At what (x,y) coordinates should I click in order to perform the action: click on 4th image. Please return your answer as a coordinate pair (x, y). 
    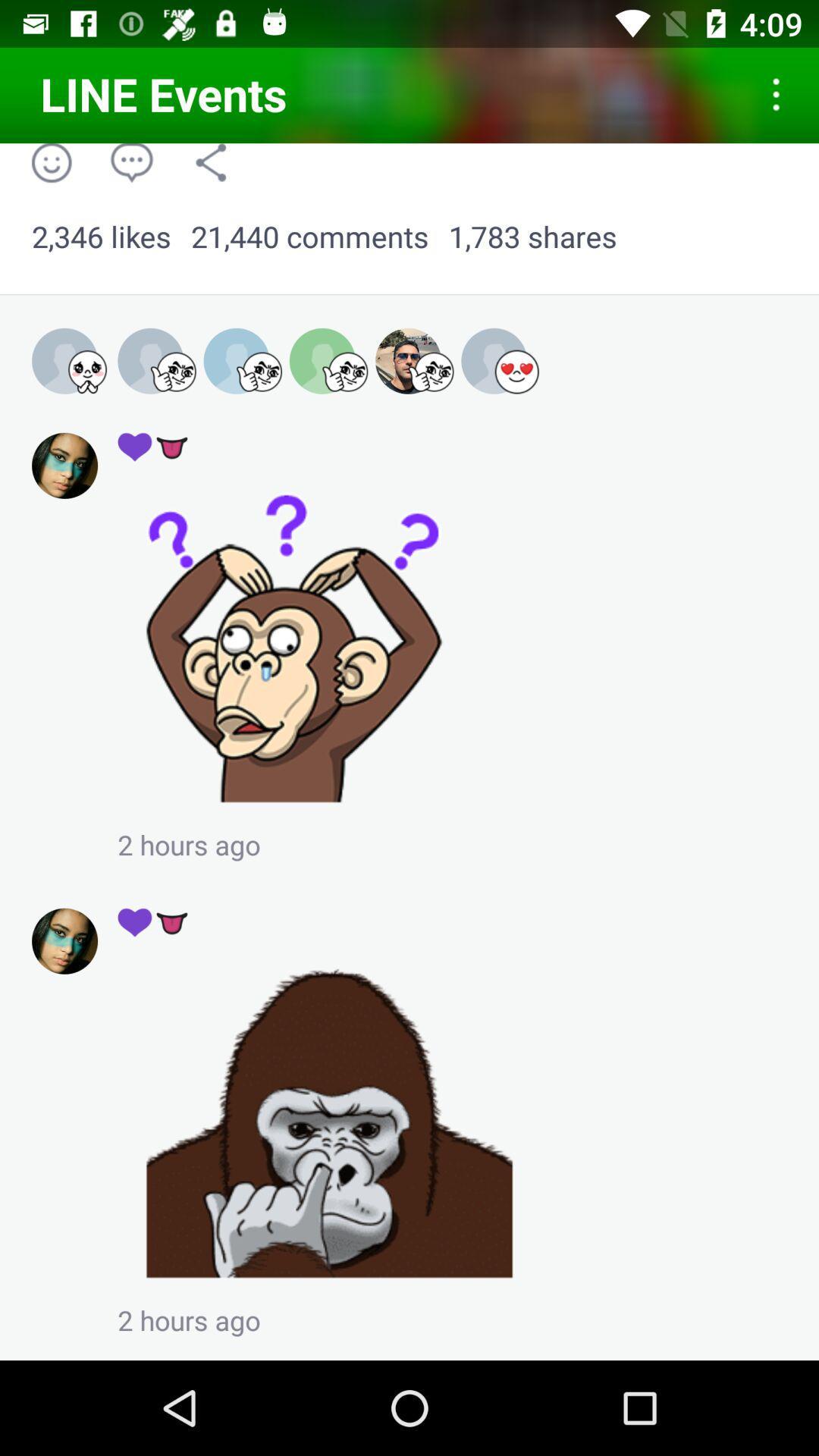
    Looking at the image, I should click on (328, 361).